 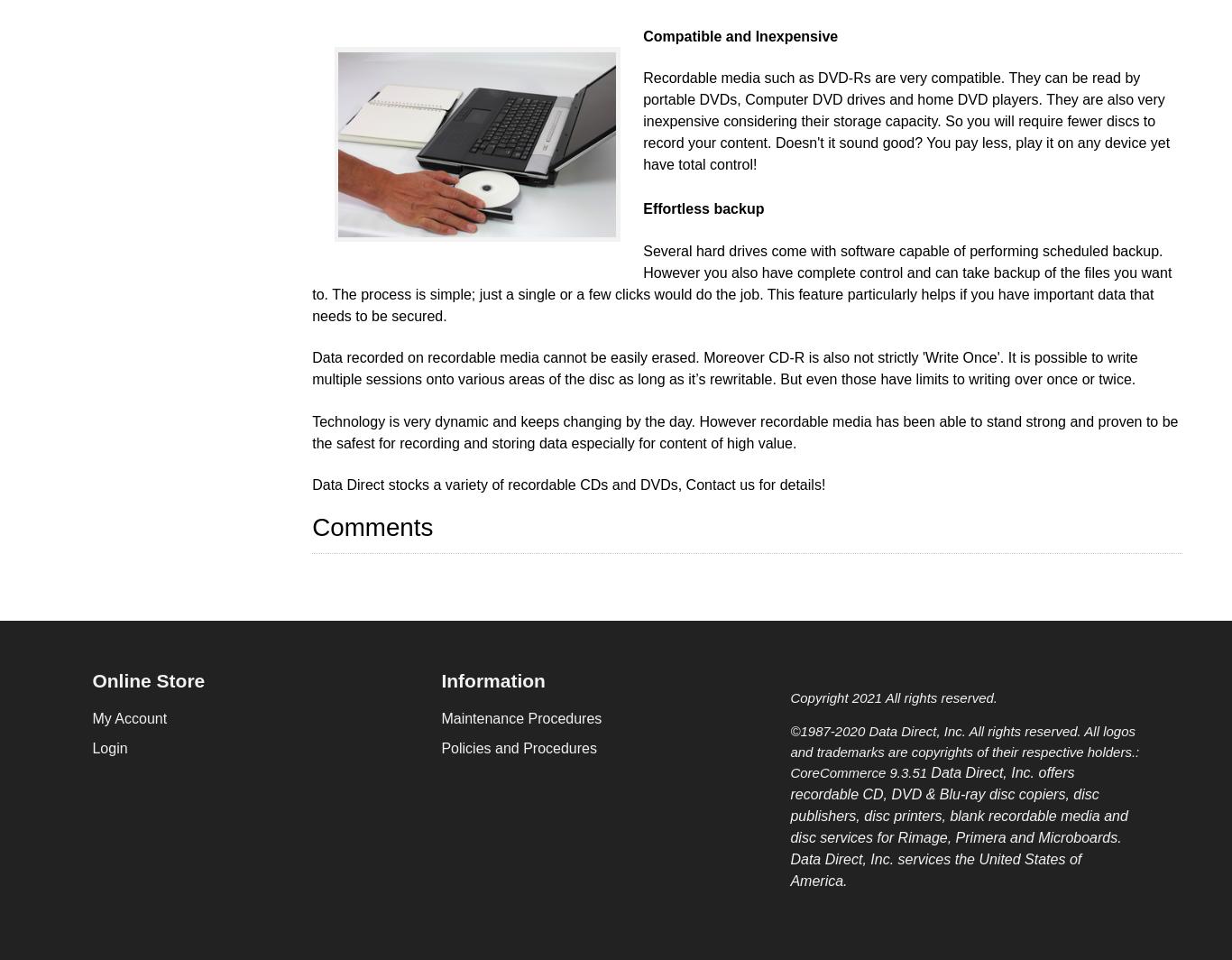 What do you see at coordinates (789, 485) in the screenshot?
I see `'for details!'` at bounding box center [789, 485].